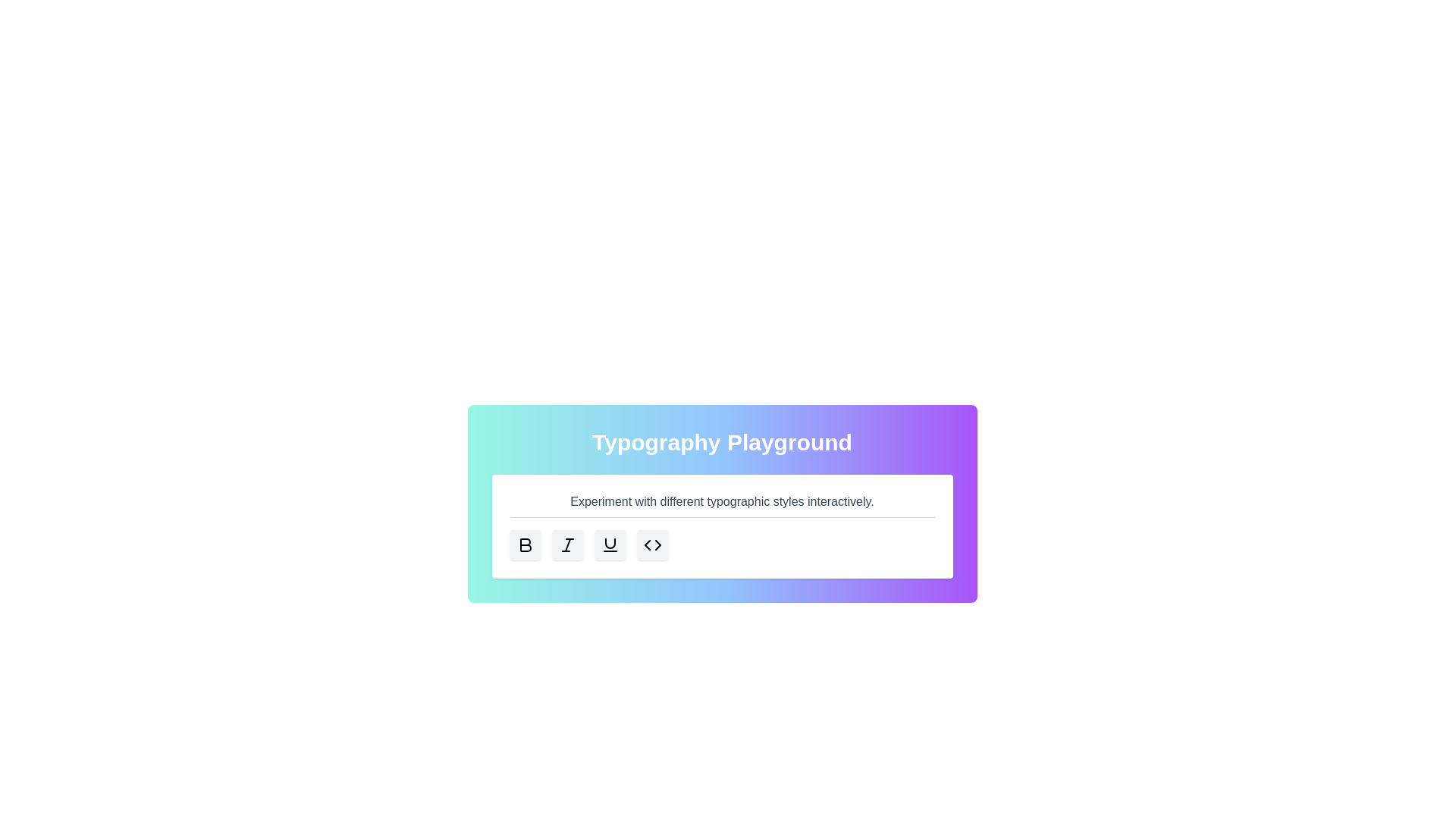  What do you see at coordinates (525, 544) in the screenshot?
I see `the bold 'B' icon button in the toolbar` at bounding box center [525, 544].